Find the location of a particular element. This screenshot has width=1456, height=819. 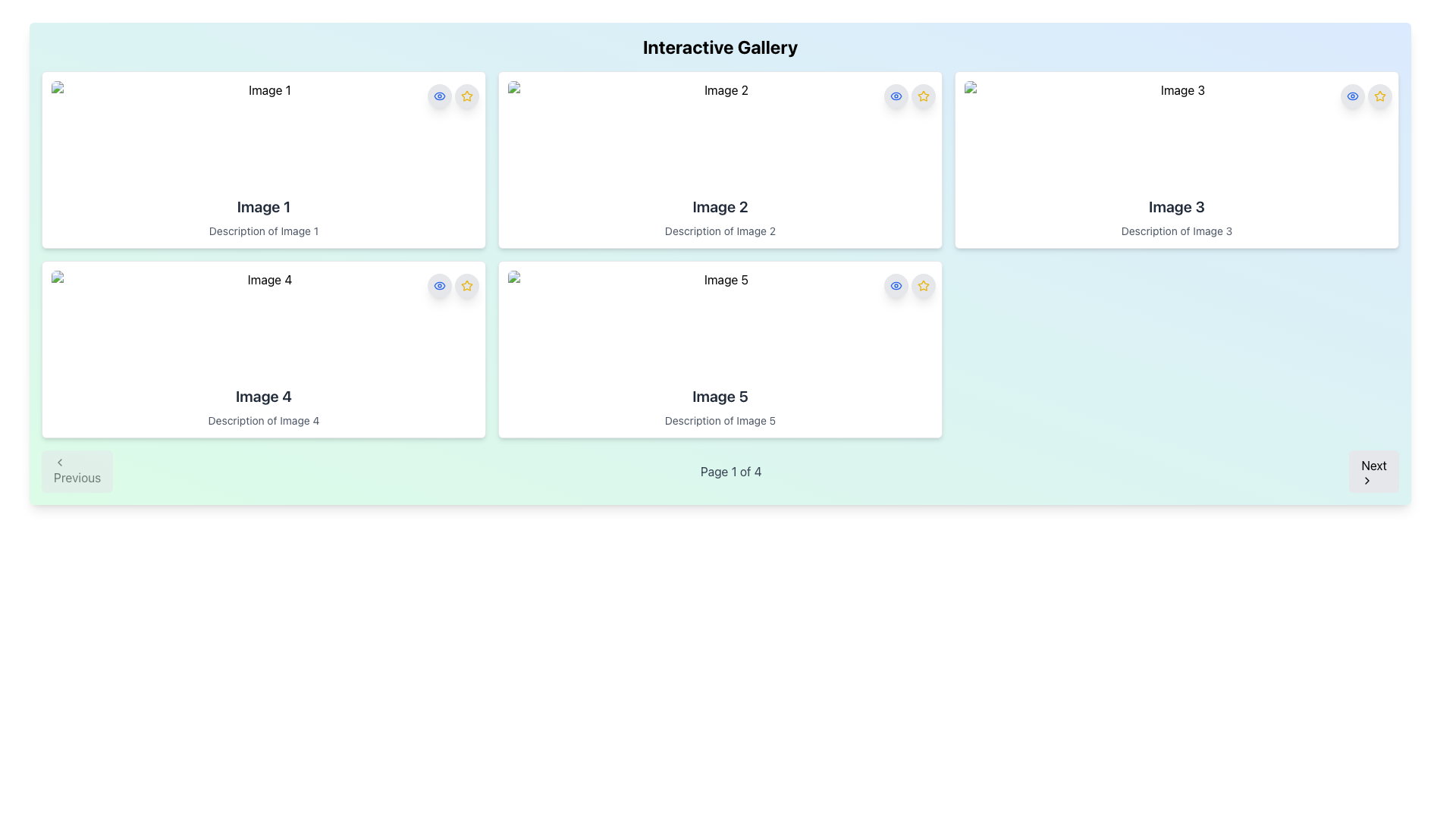

the eye-shaped icon inside the rounded rectangular button located in the upper-right corner of the box labeled 'Image 2' is located at coordinates (896, 96).